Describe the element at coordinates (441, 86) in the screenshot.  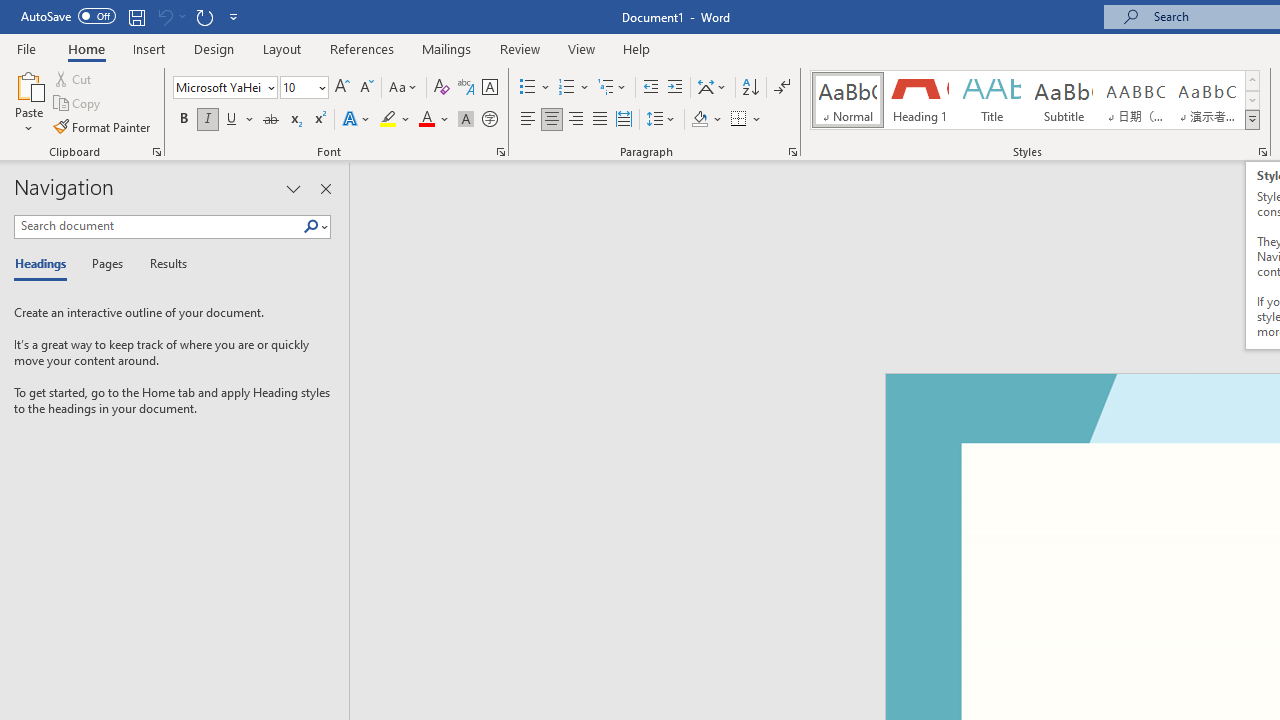
I see `'Clear Formatting'` at that location.